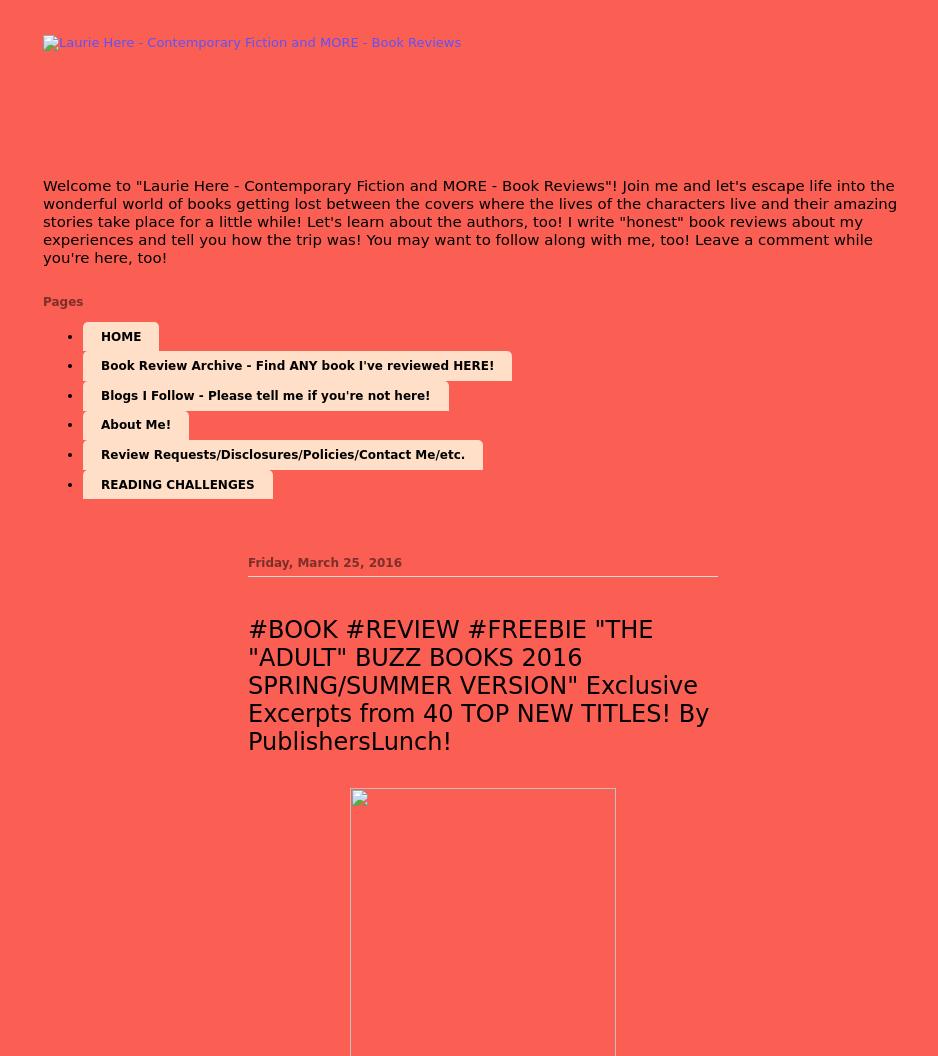  I want to click on 'Friday, March 25, 2016', so click(324, 562).